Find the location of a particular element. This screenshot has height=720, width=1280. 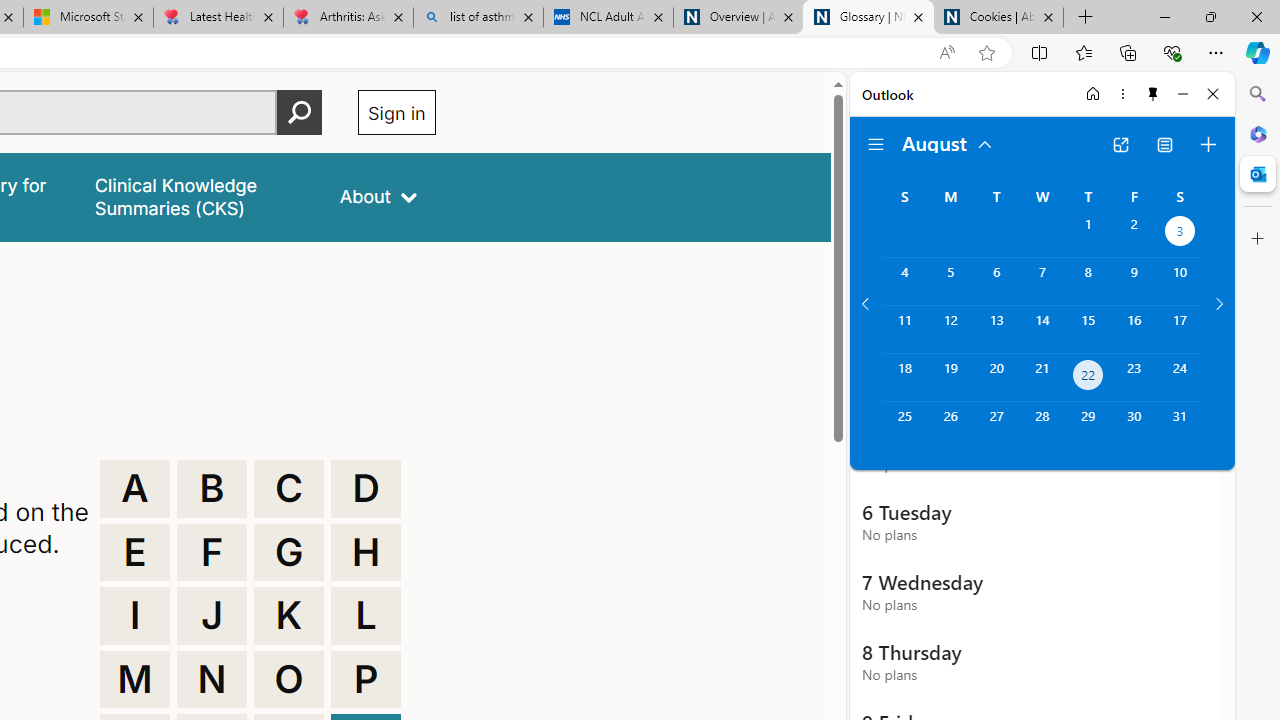

'C' is located at coordinates (288, 488).